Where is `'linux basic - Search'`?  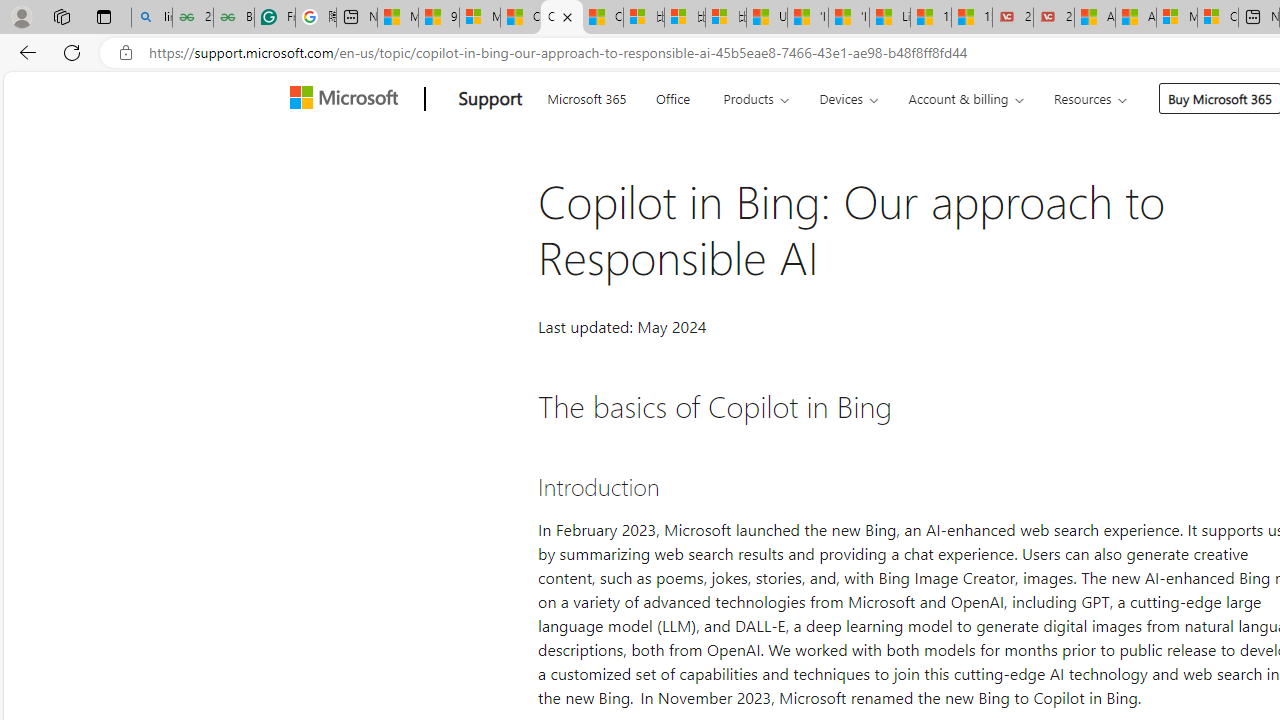
'linux basic - Search' is located at coordinates (150, 17).